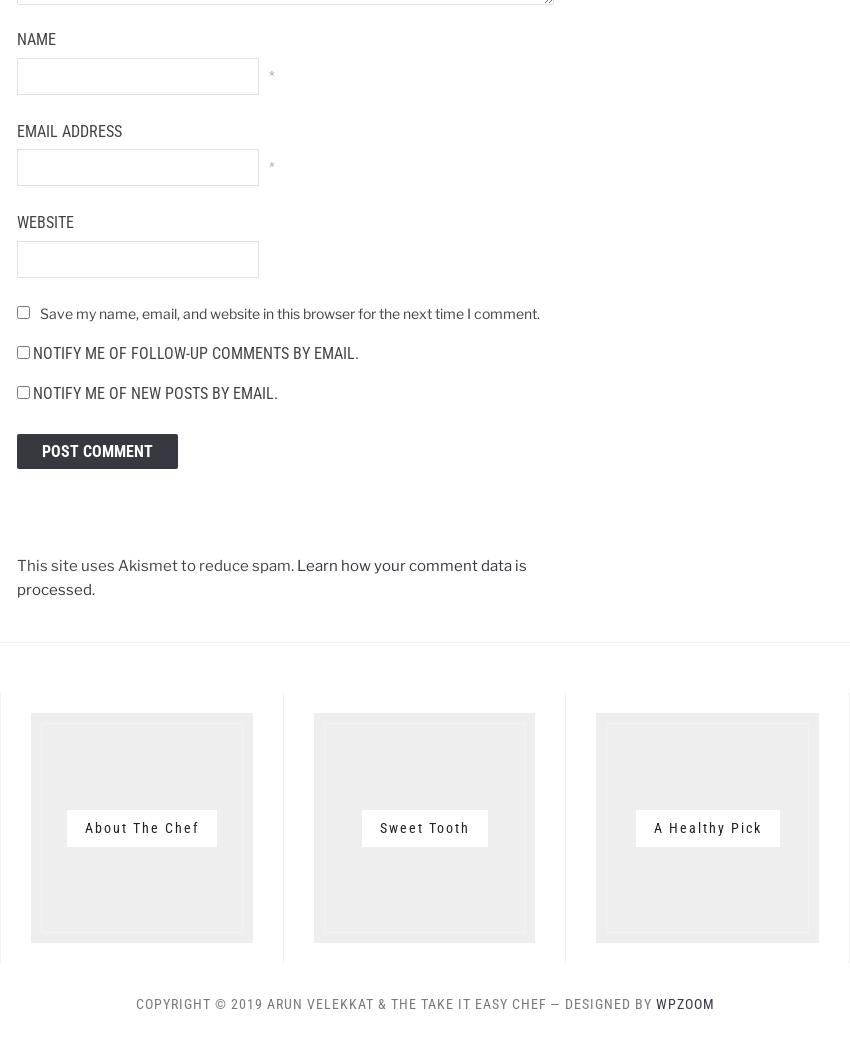 The width and height of the screenshot is (850, 1043). Describe the element at coordinates (423, 826) in the screenshot. I see `'Sweet Tooth'` at that location.